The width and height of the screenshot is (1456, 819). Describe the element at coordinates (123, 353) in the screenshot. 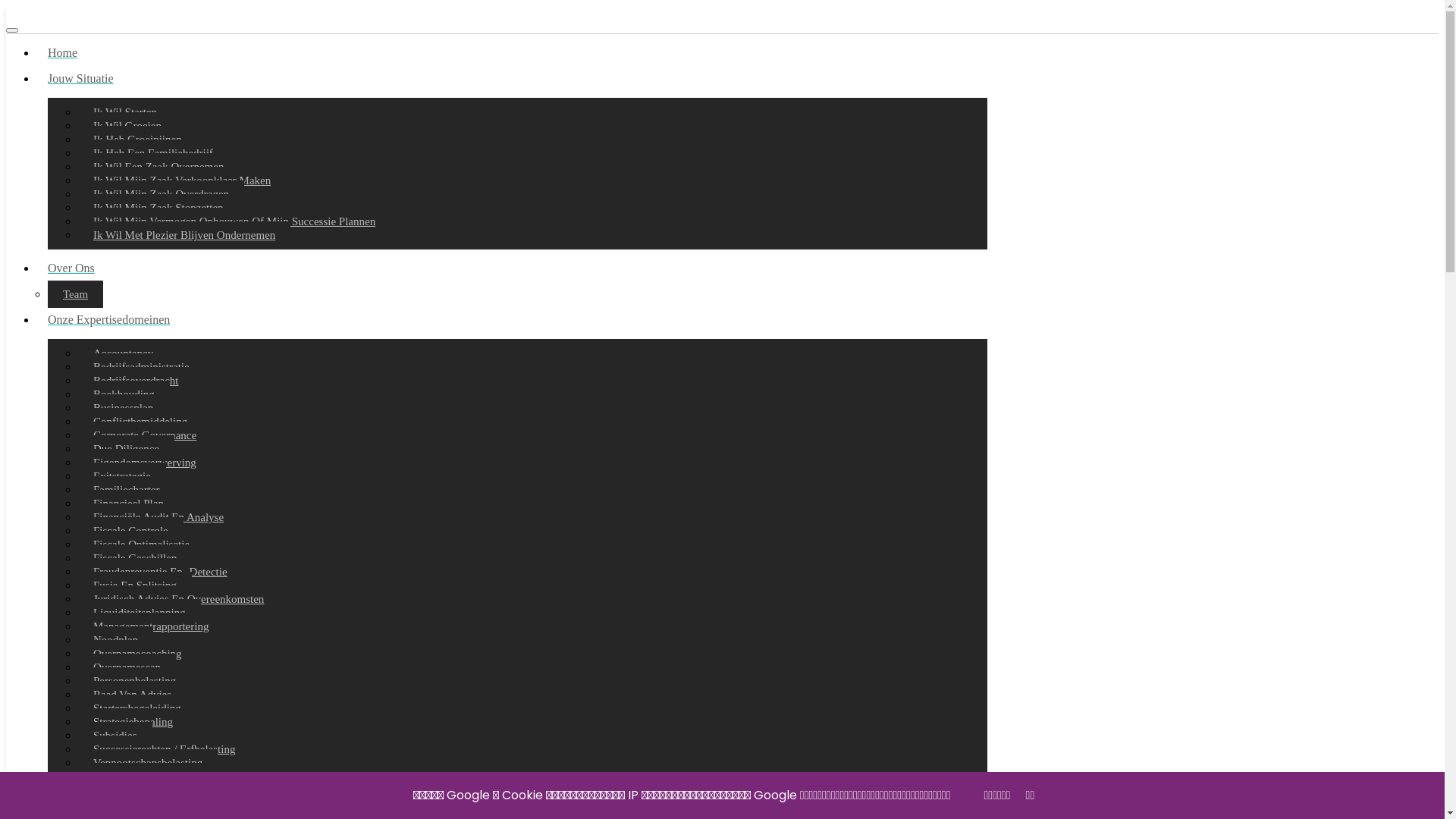

I see `'Accountancy'` at that location.